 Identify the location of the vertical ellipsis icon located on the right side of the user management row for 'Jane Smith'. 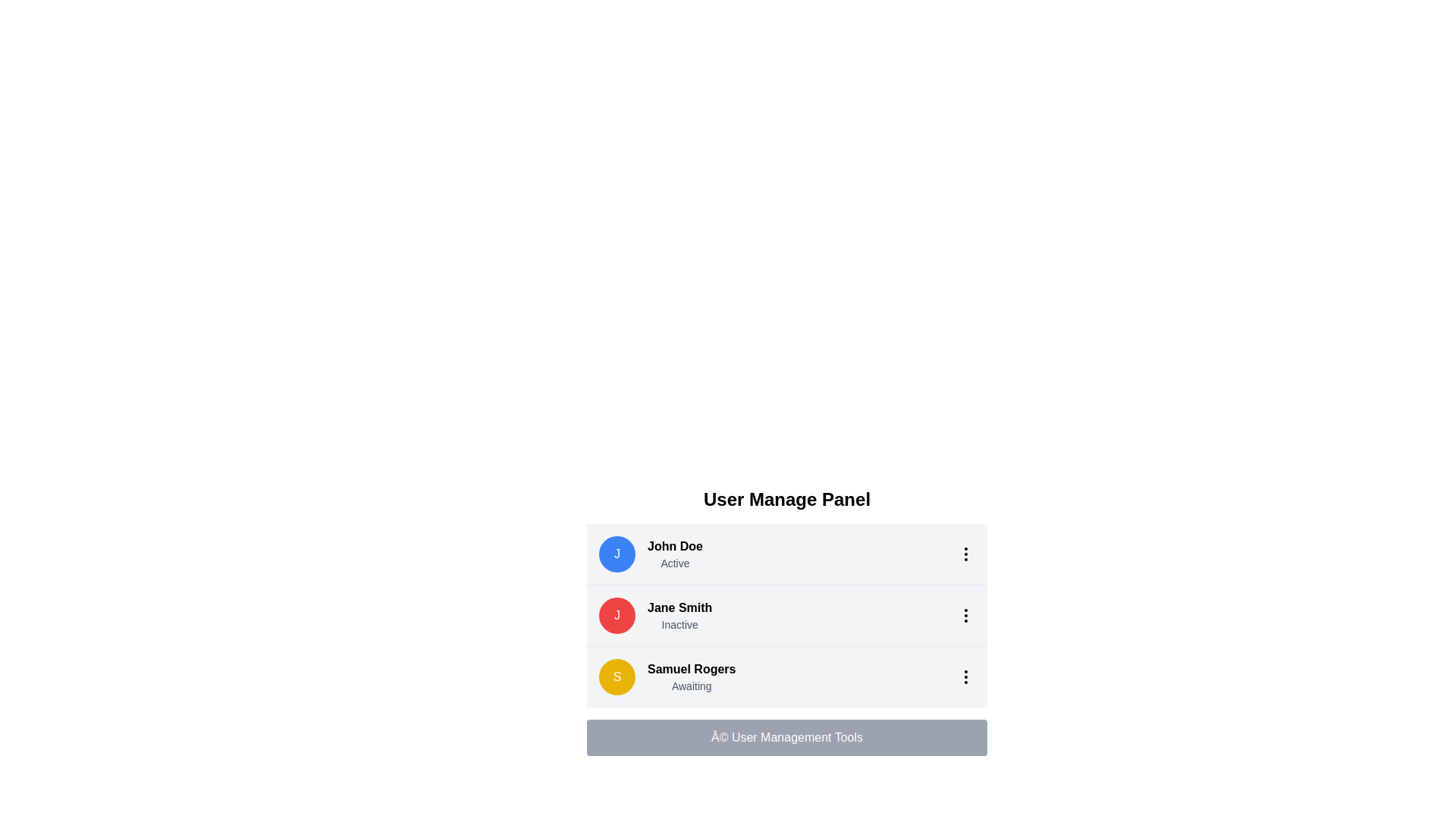
(965, 616).